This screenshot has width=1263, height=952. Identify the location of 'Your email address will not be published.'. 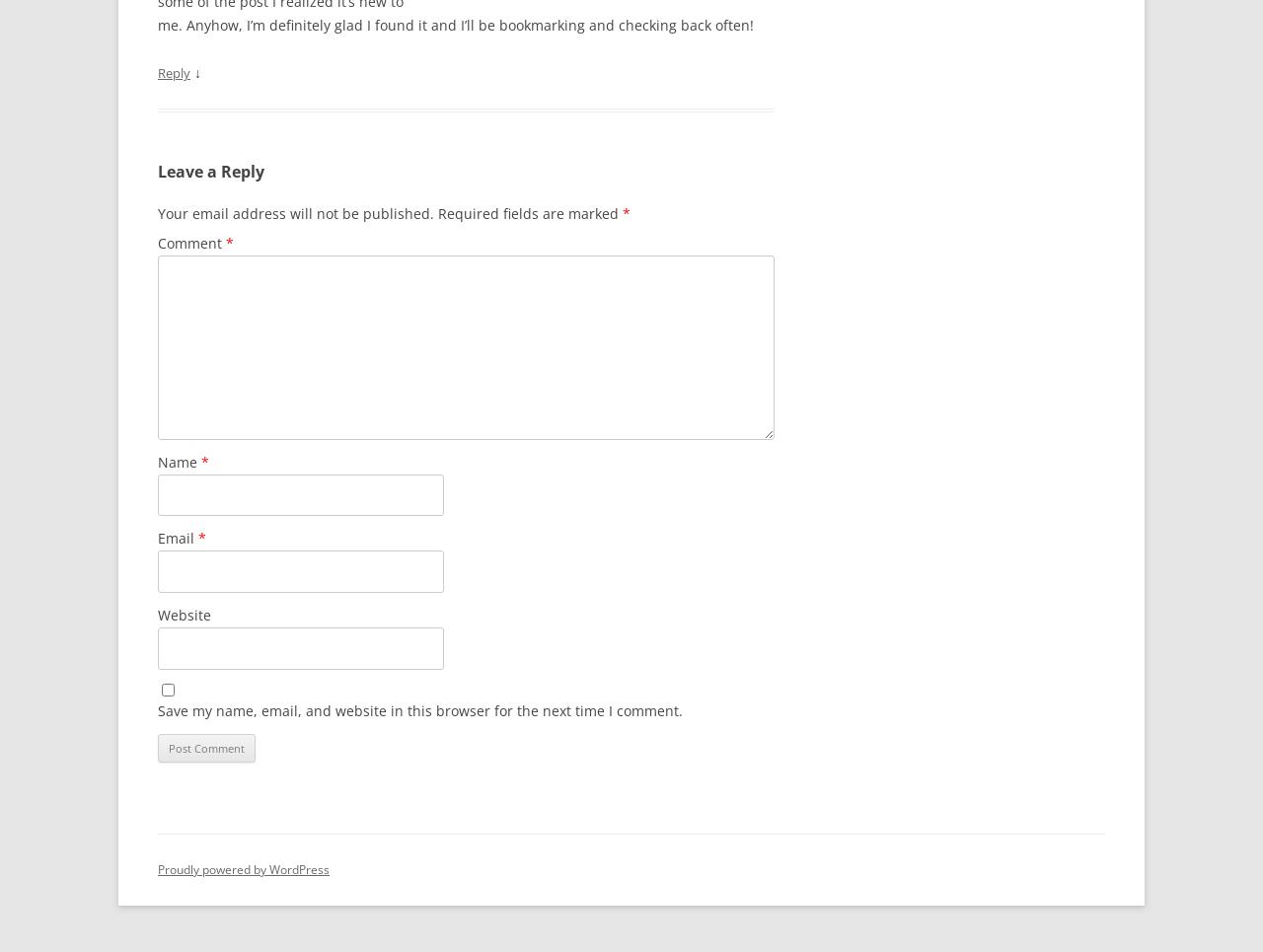
(295, 213).